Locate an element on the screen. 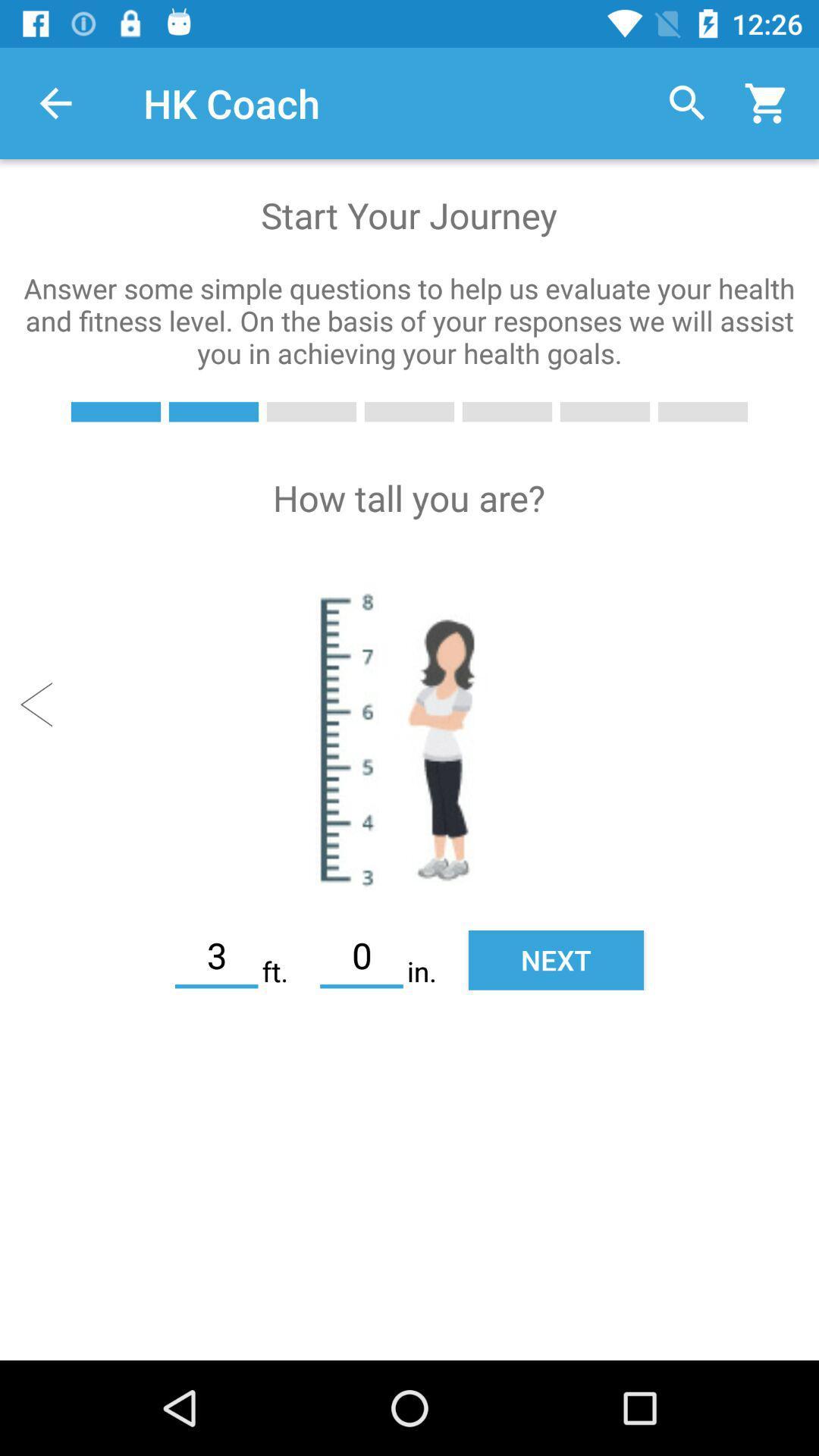 The height and width of the screenshot is (1456, 819). previous page is located at coordinates (42, 704).